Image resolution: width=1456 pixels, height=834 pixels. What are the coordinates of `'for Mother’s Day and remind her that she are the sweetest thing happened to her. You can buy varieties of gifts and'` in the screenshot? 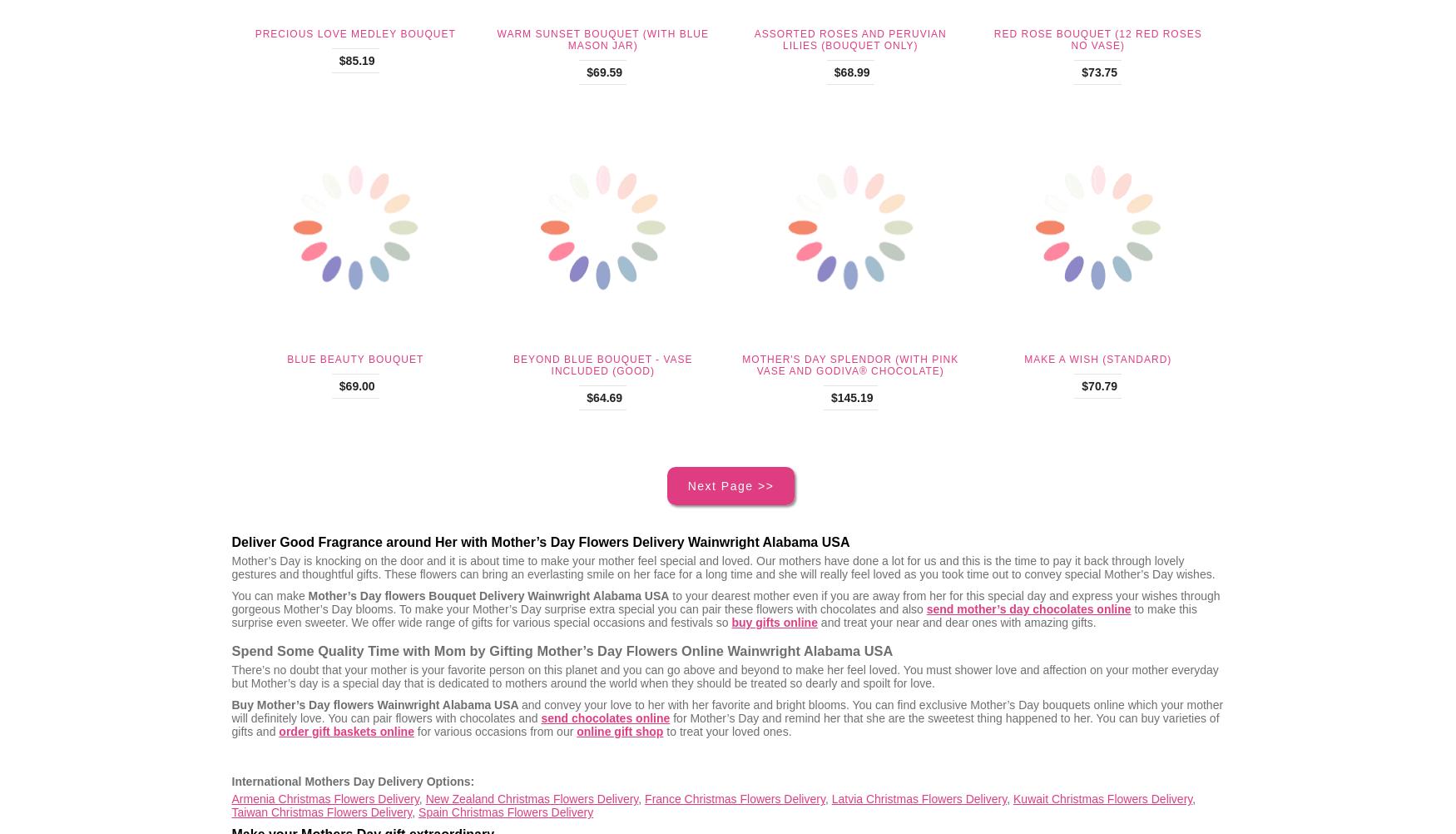 It's located at (725, 724).